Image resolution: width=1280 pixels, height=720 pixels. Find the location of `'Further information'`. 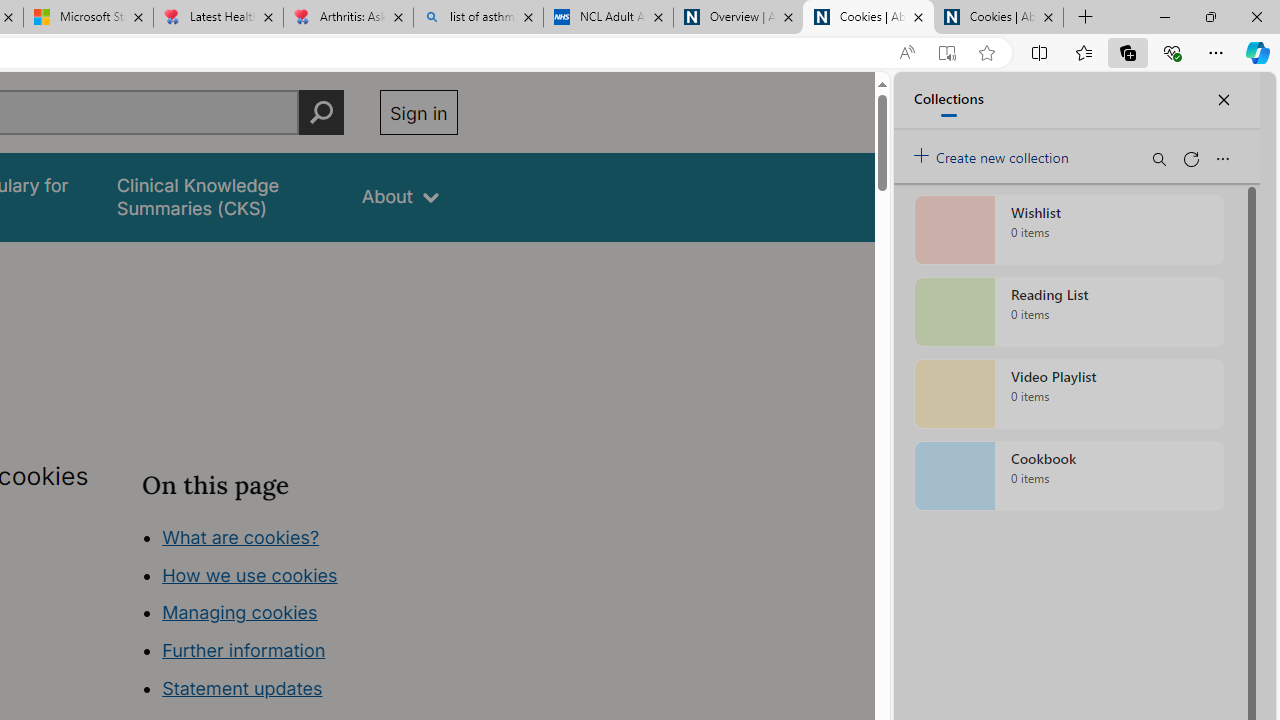

'Further information' is located at coordinates (243, 650).